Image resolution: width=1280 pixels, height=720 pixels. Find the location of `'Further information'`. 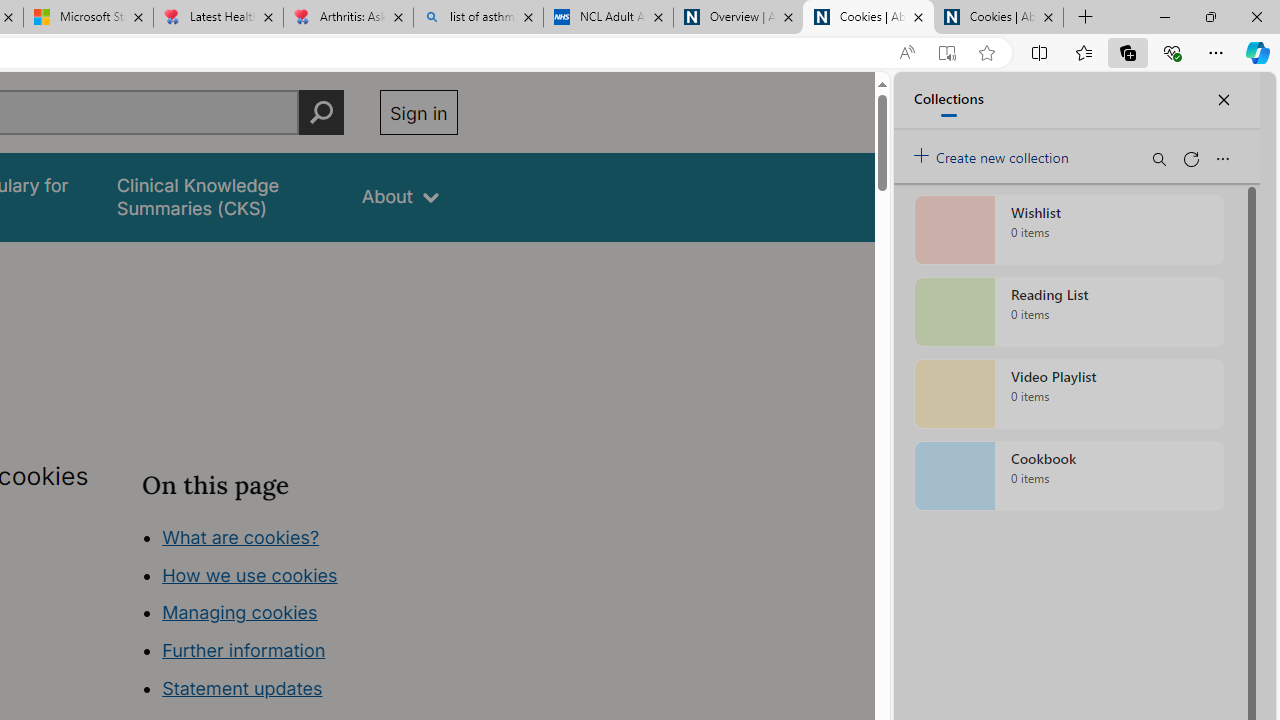

'Further information' is located at coordinates (243, 650).